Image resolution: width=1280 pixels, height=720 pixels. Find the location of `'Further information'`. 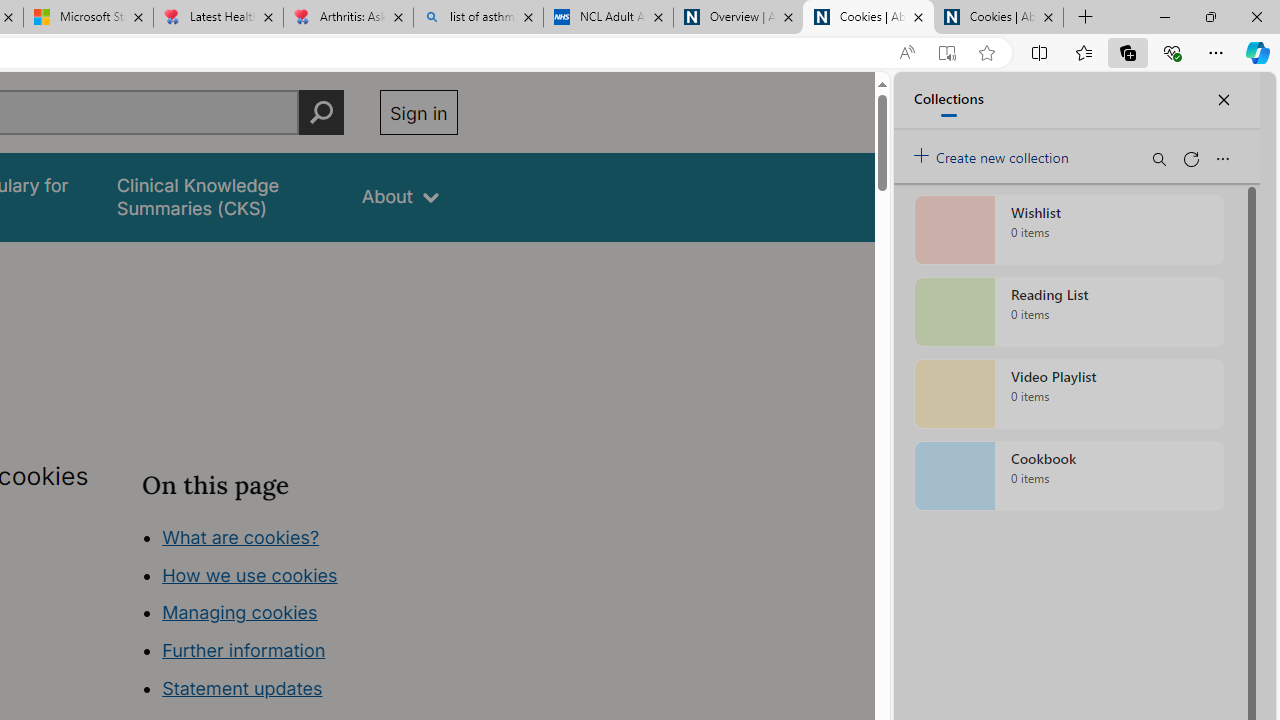

'Further information' is located at coordinates (243, 650).